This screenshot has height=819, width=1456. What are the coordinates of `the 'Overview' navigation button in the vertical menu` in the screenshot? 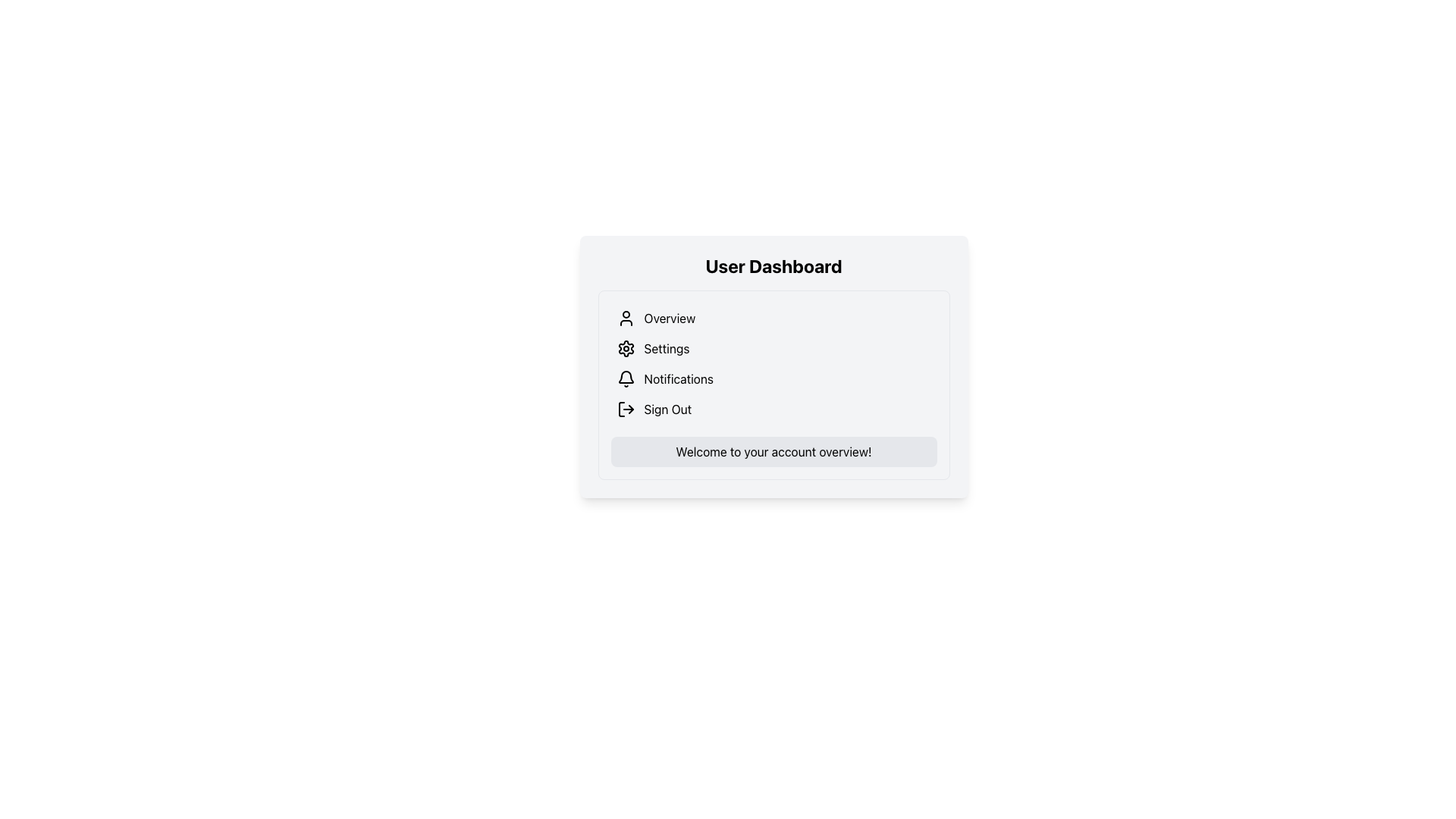 It's located at (773, 318).